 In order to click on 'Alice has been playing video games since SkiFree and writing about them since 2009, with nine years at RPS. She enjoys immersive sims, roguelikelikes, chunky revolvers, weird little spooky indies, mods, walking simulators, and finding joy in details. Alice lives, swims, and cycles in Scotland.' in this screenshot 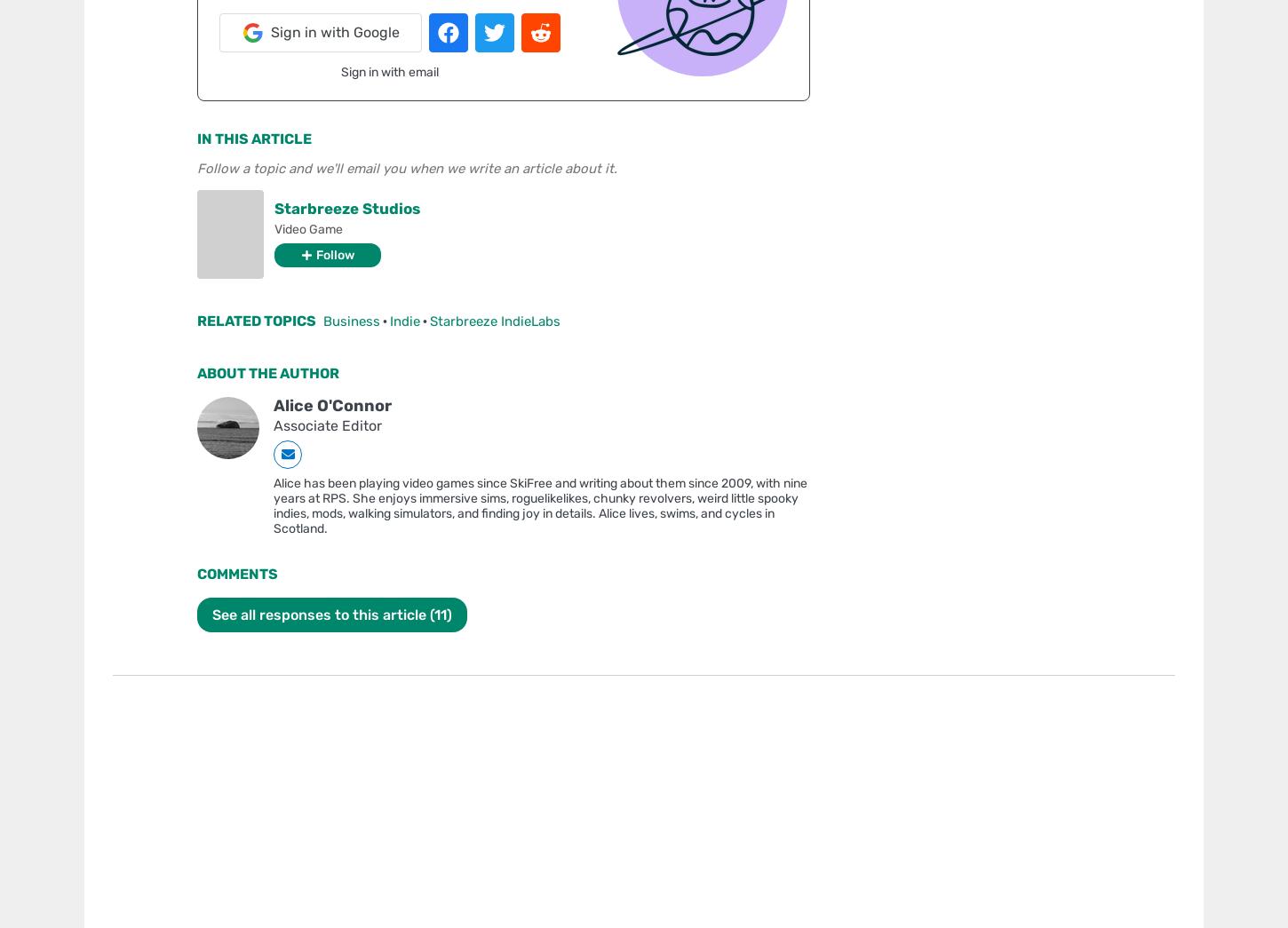, I will do `click(539, 505)`.